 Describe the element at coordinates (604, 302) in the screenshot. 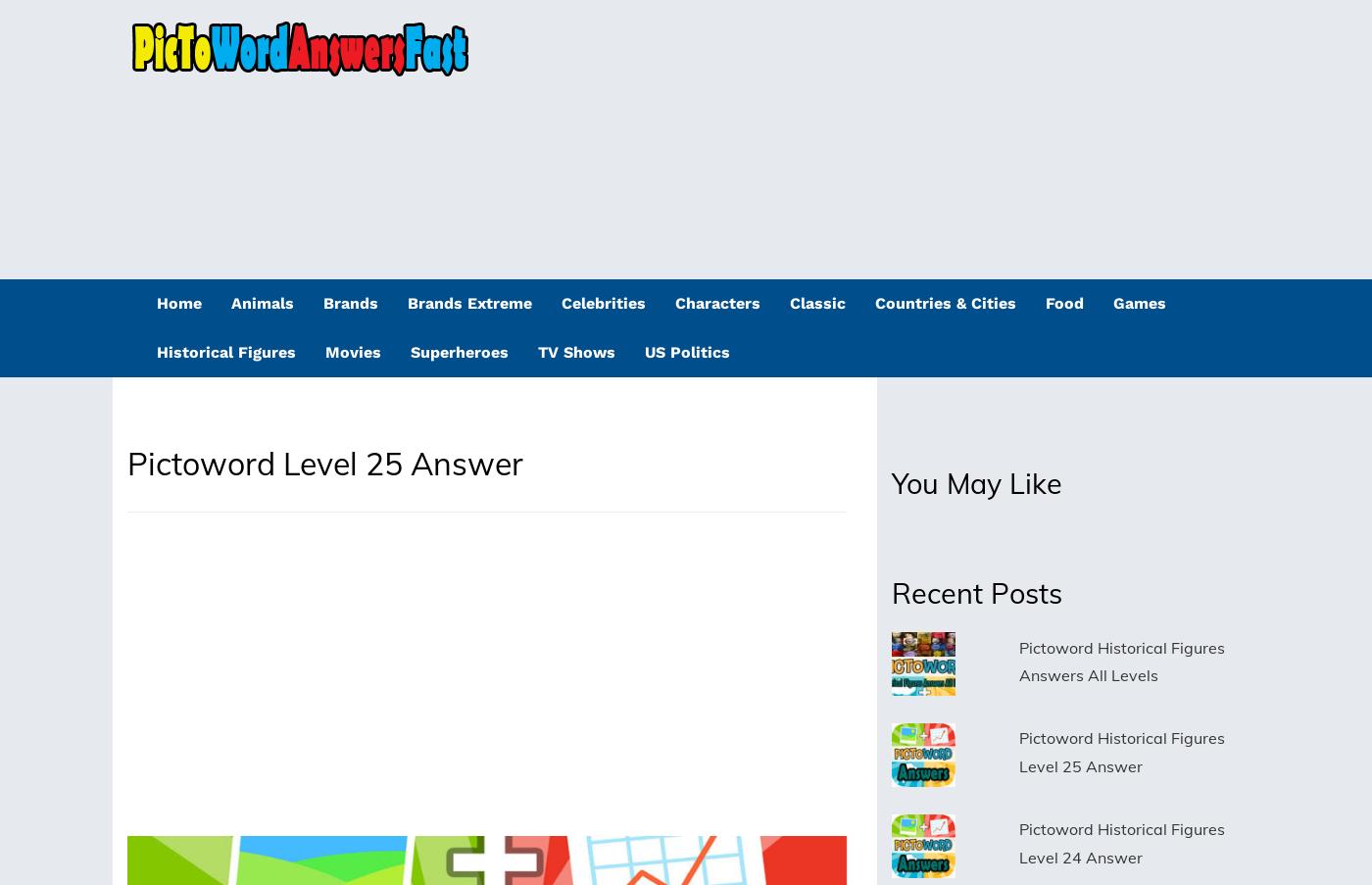

I see `'Celebrities'` at that location.